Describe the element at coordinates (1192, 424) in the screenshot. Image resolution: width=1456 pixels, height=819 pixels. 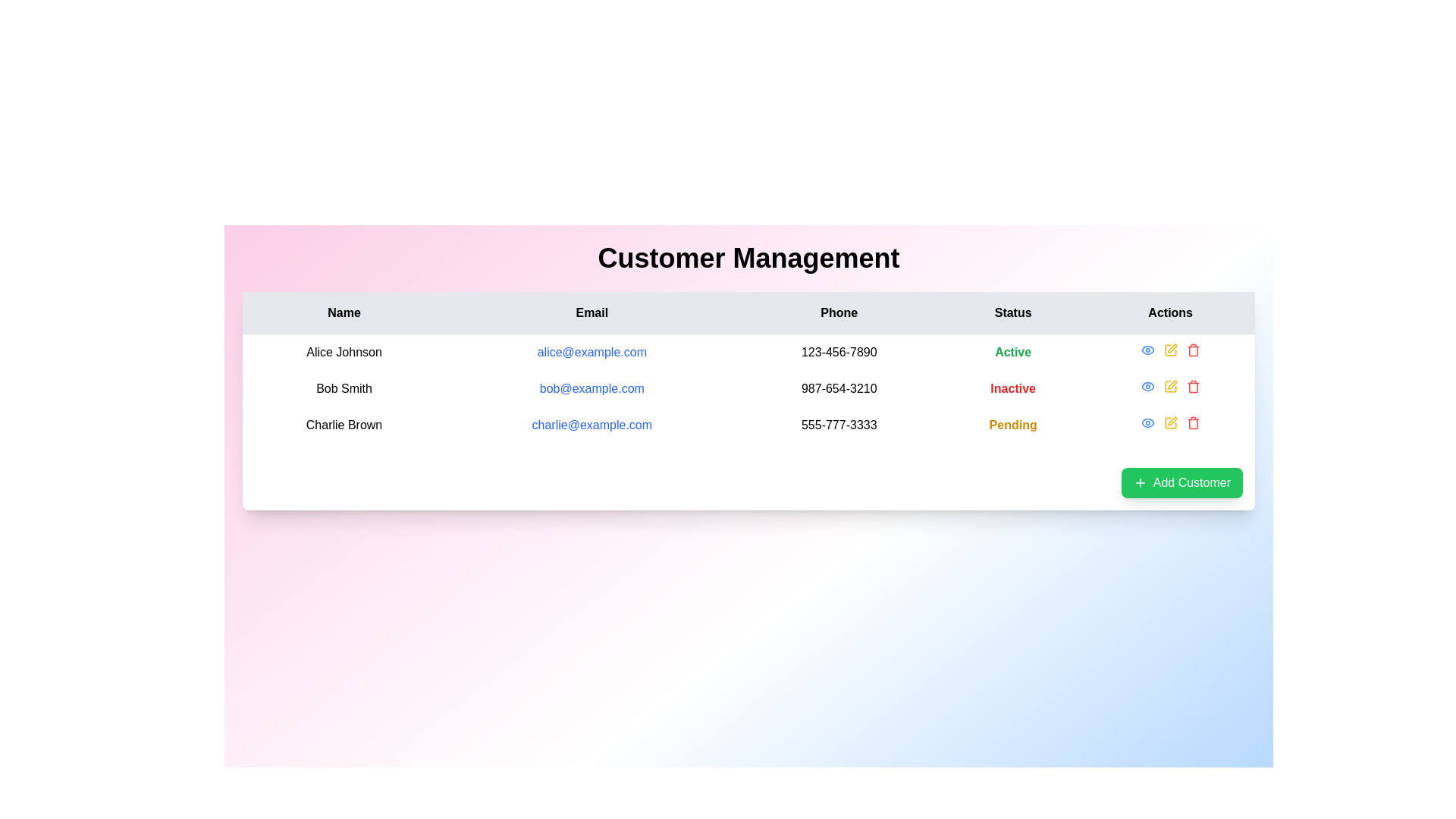
I see `the central part of the trash bin icon in the 'Actions' column of the last row, associated with the 'Charlie Brown' record` at that location.